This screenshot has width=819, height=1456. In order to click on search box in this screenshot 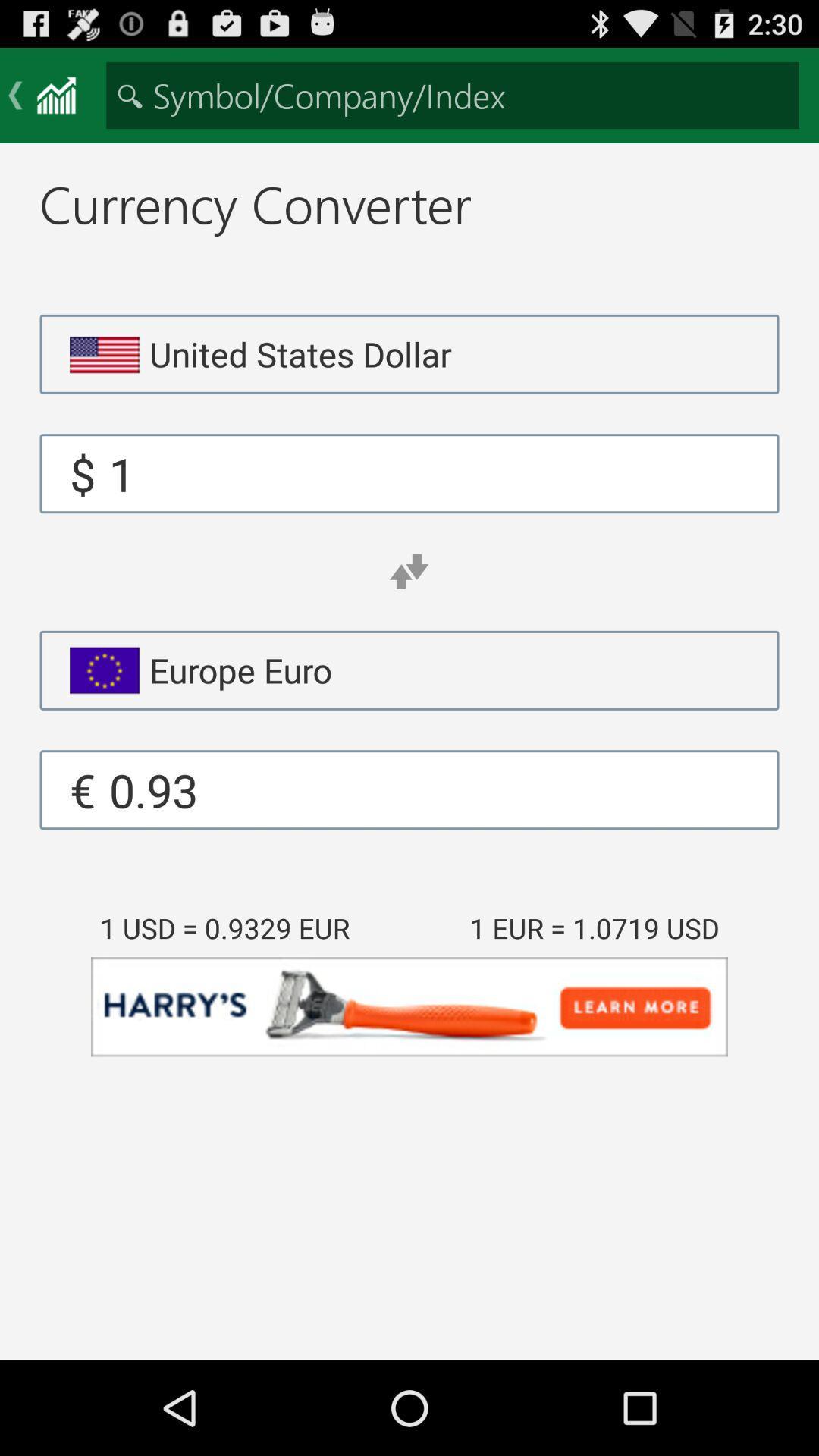, I will do `click(452, 94)`.